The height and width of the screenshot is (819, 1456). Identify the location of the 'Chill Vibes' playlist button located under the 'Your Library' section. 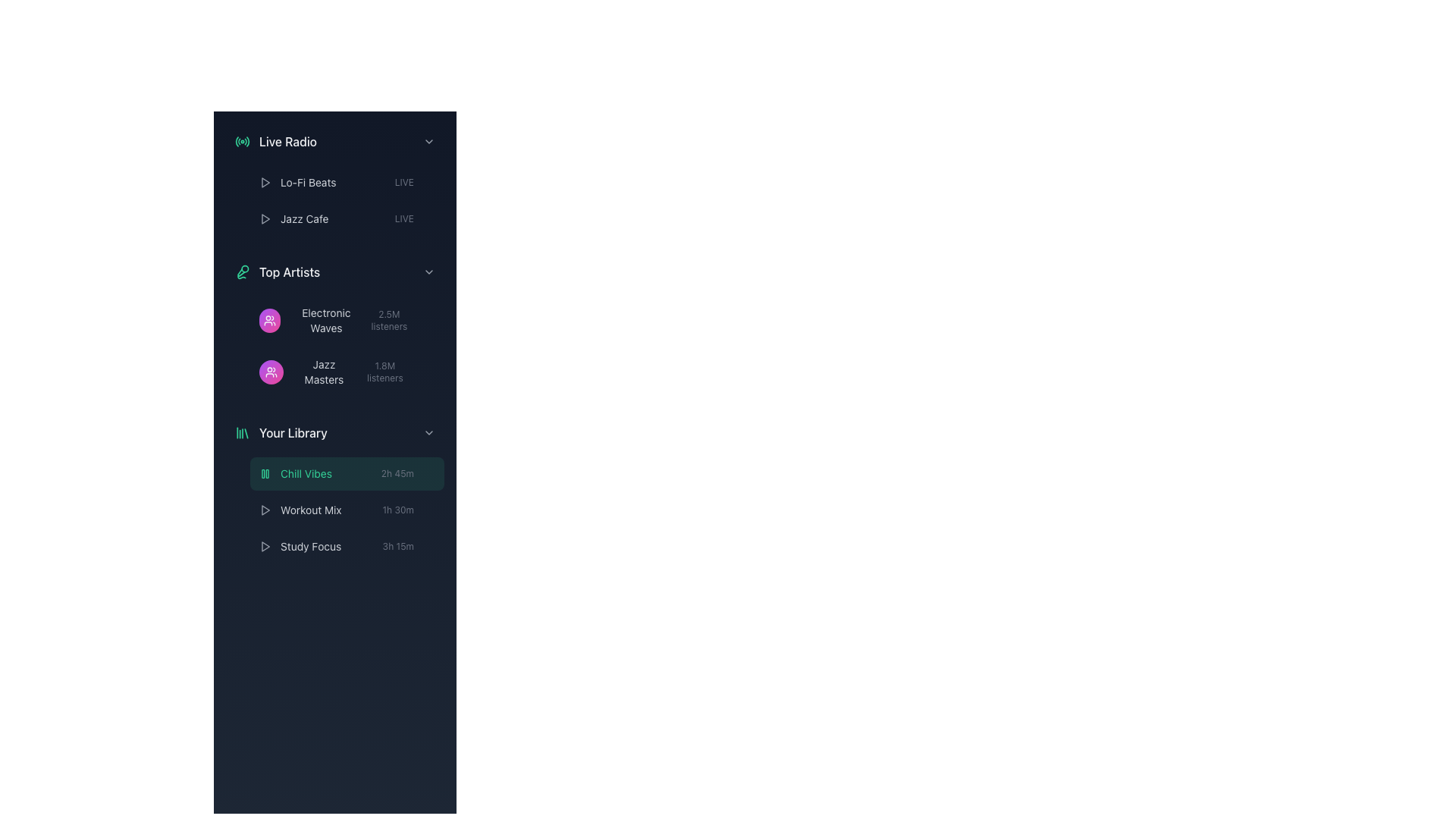
(334, 488).